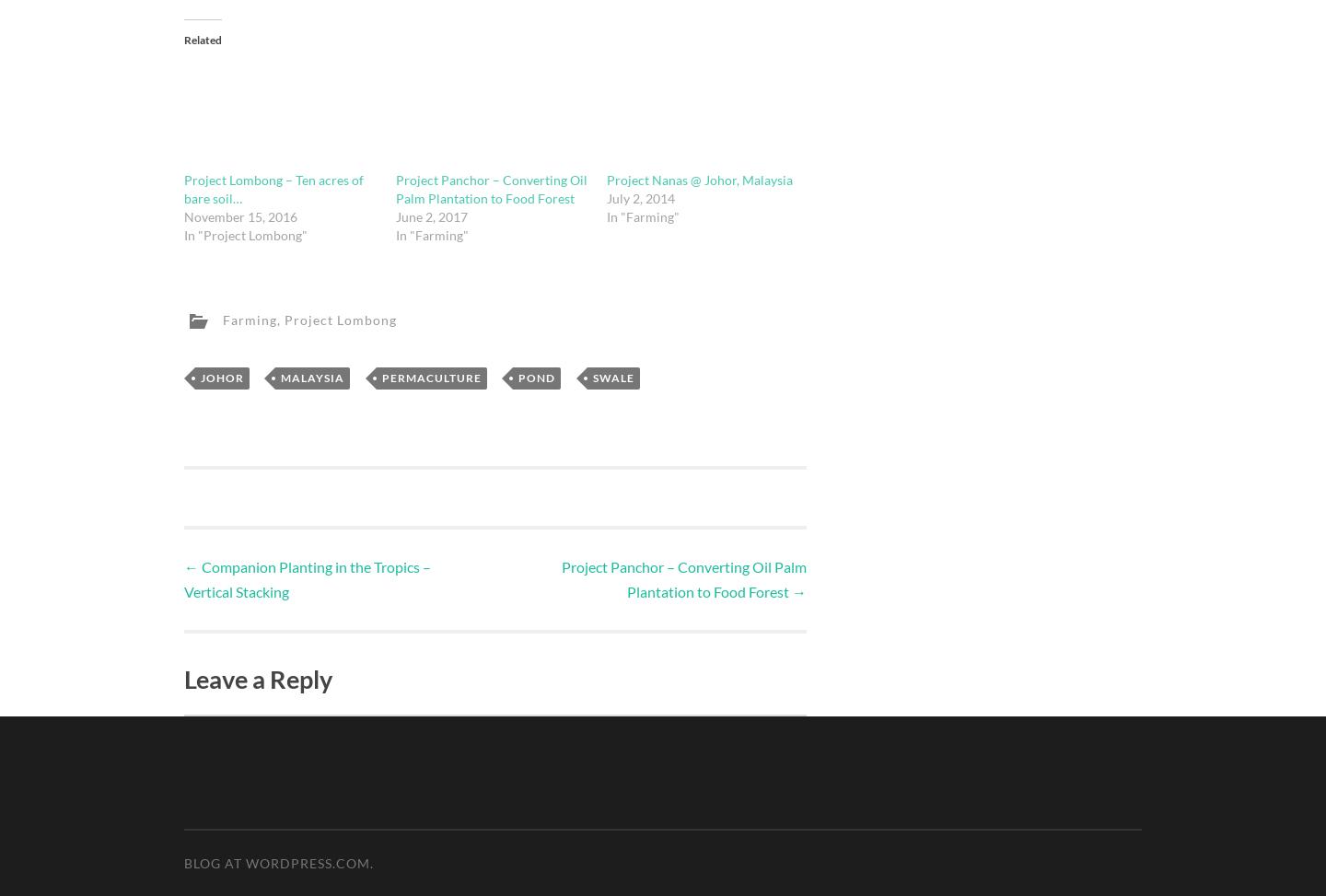  I want to click on 'Farming', so click(249, 319).